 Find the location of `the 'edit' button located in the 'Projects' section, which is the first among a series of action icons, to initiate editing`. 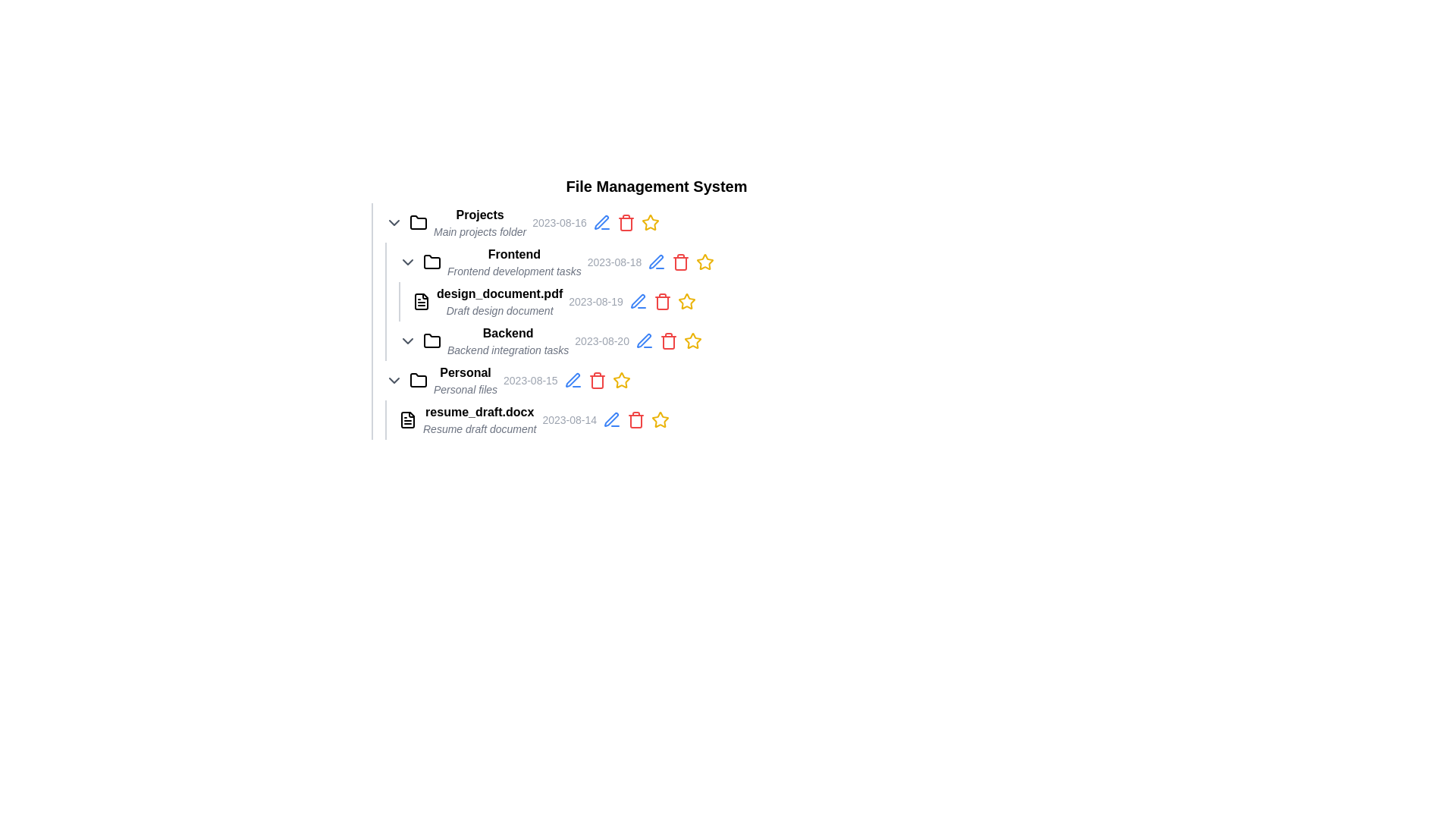

the 'edit' button located in the 'Projects' section, which is the first among a series of action icons, to initiate editing is located at coordinates (601, 222).